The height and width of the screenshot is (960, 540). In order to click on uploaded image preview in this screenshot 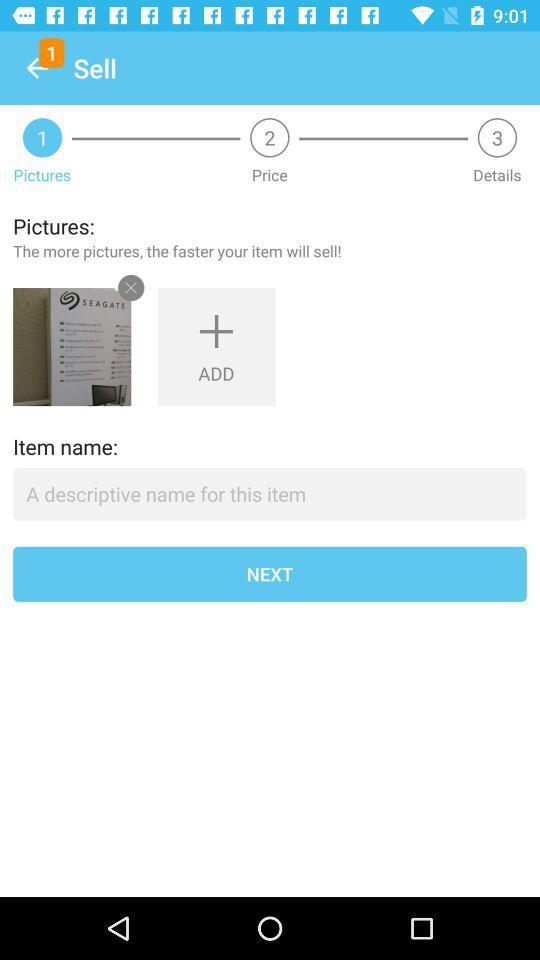, I will do `click(71, 347)`.